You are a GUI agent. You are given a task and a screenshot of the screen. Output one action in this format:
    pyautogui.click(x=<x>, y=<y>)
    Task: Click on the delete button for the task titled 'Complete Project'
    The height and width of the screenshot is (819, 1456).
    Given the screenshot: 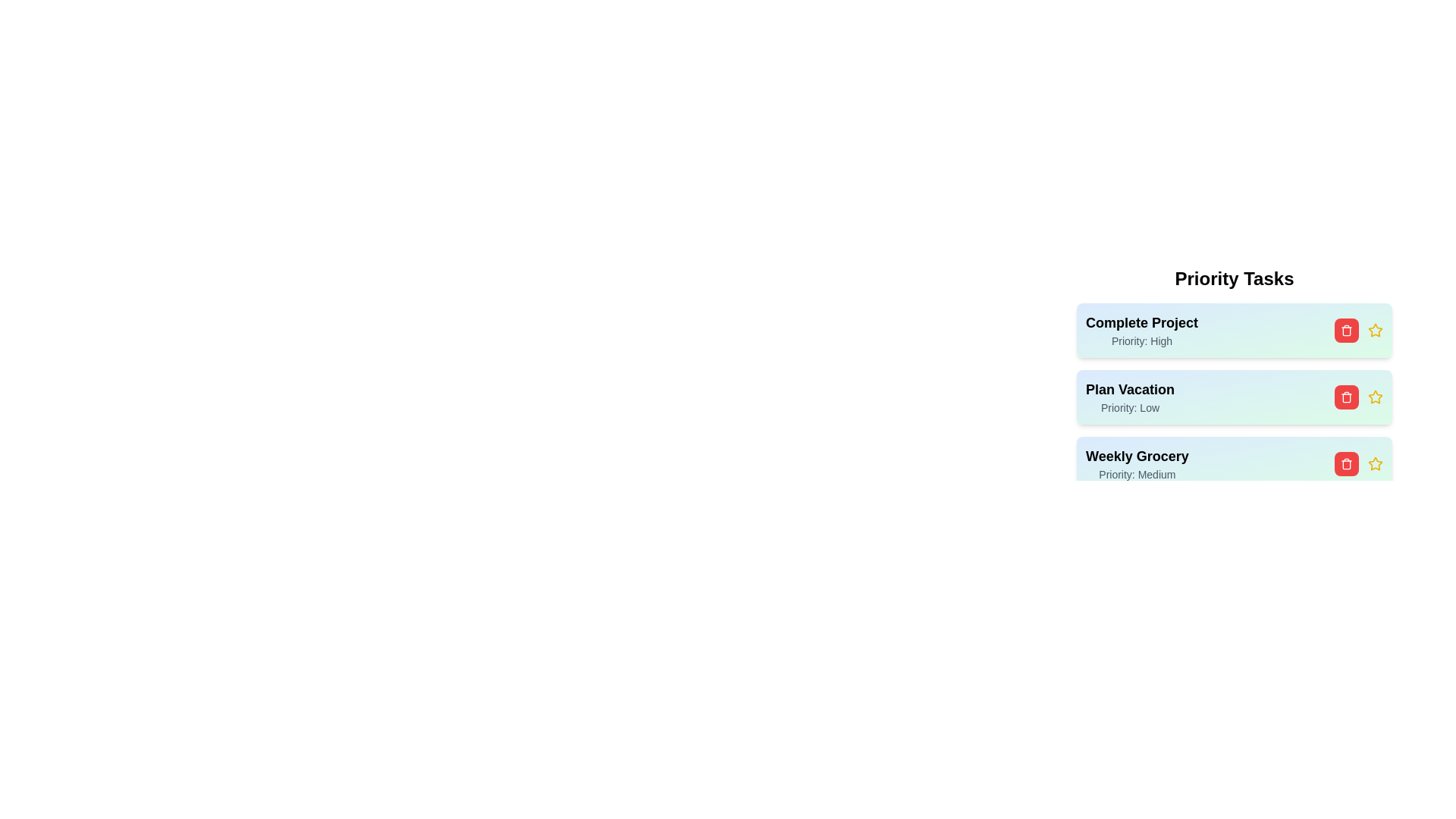 What is the action you would take?
    pyautogui.click(x=1347, y=329)
    